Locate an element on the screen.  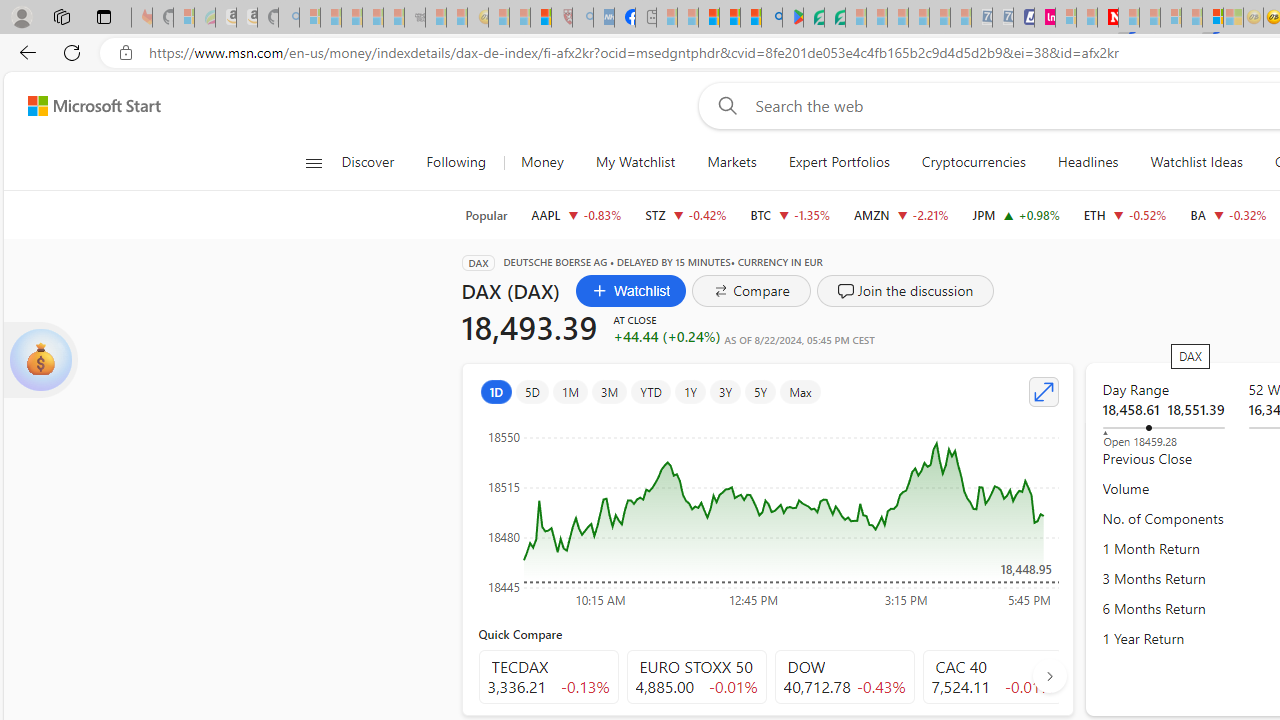
'Watchlist Ideas' is located at coordinates (1196, 162).